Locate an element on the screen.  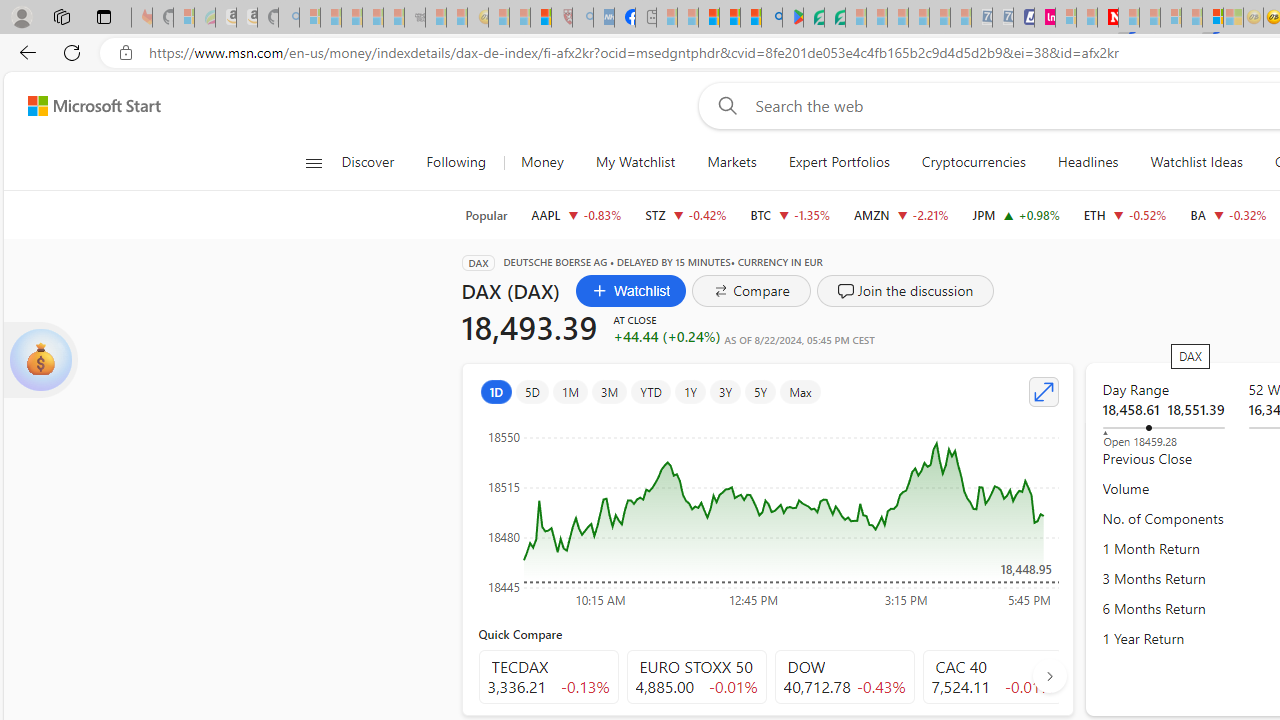
'Watchlist Ideas' is located at coordinates (1196, 162).